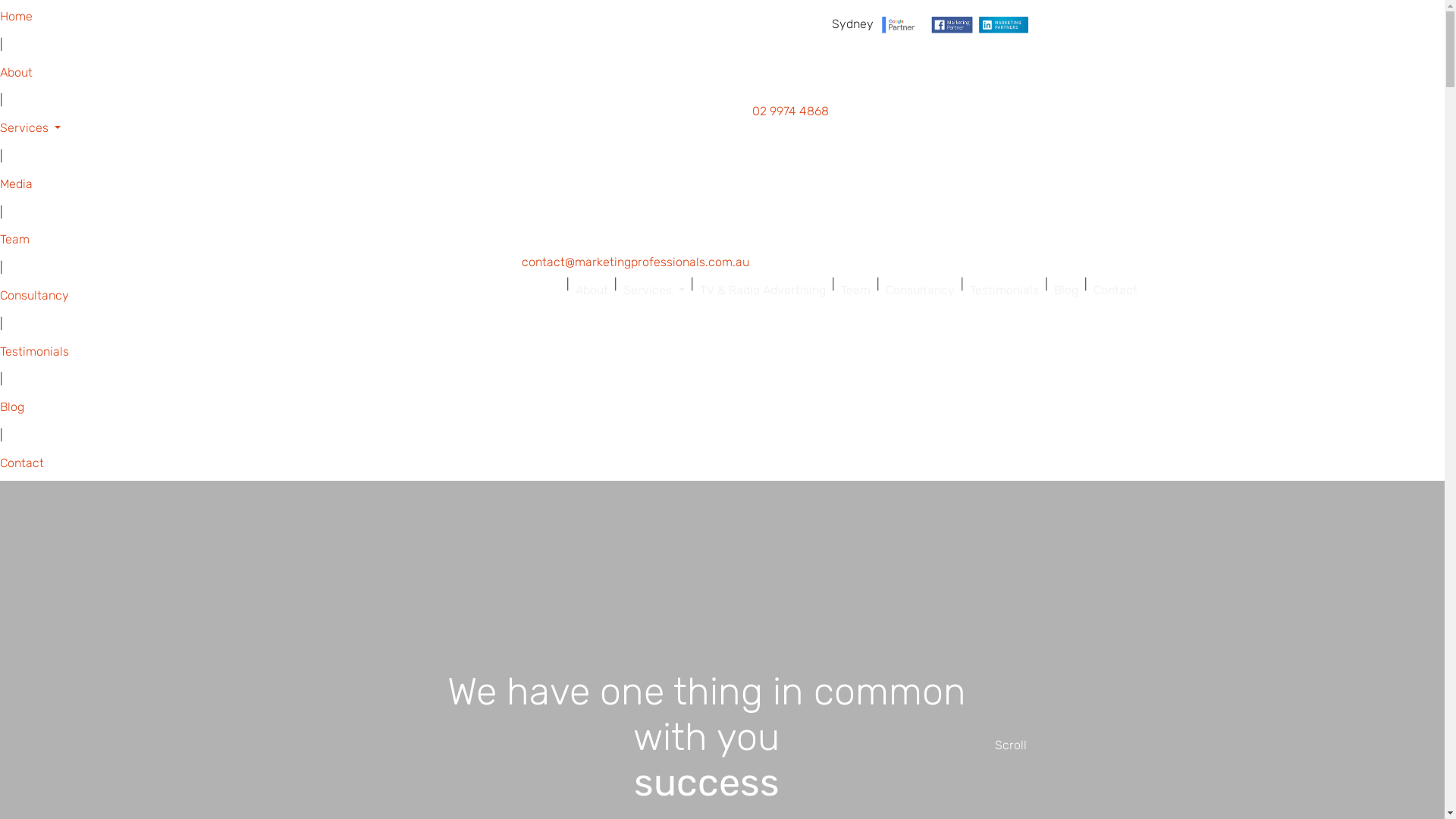 The image size is (1456, 819). What do you see at coordinates (568, 290) in the screenshot?
I see `'About'` at bounding box center [568, 290].